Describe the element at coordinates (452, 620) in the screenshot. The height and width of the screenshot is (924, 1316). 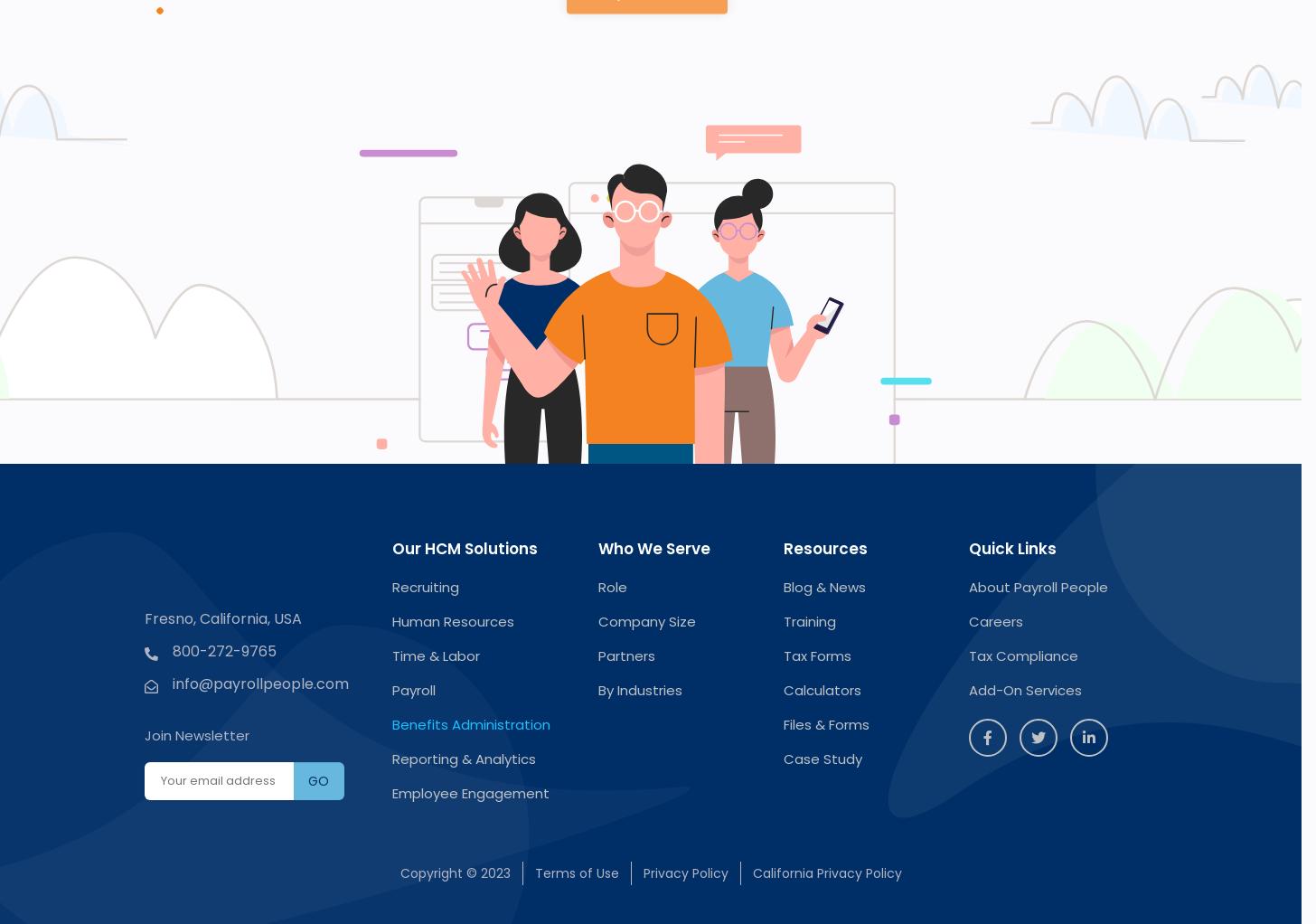
I see `'Human Resources'` at that location.